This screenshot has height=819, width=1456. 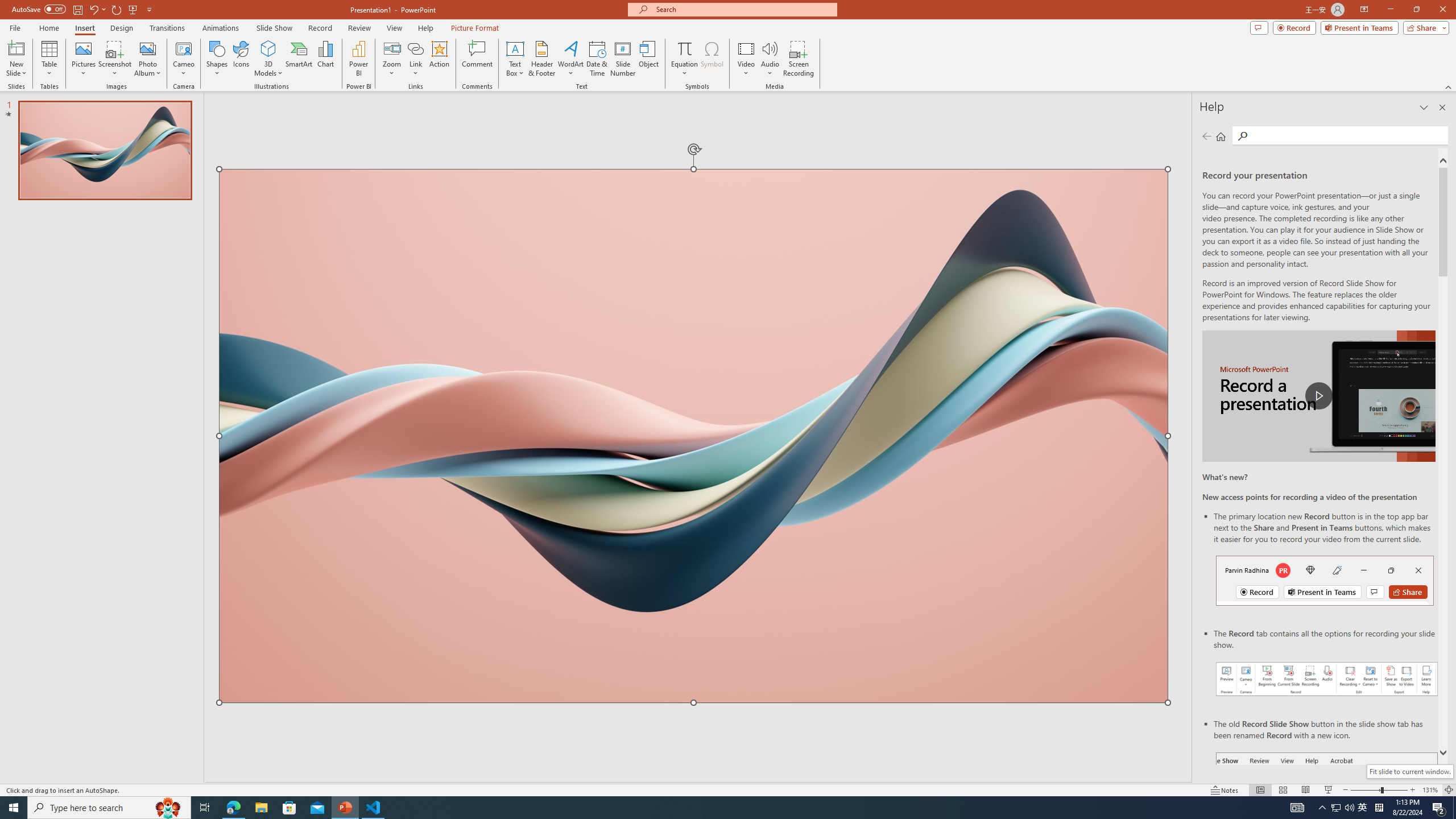 What do you see at coordinates (712, 59) in the screenshot?
I see `'Symbol...'` at bounding box center [712, 59].